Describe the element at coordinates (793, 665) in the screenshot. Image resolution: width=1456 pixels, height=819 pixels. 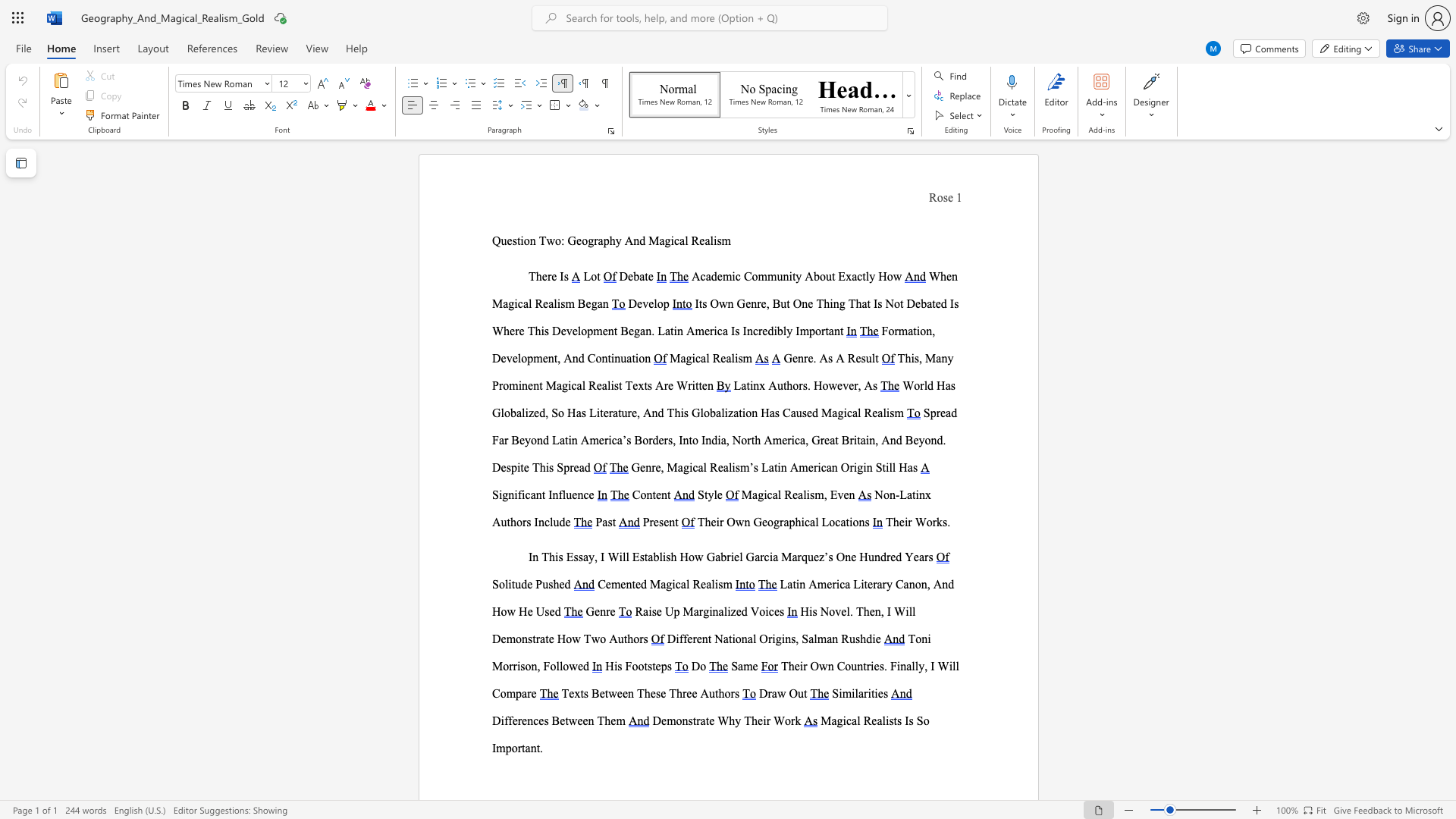
I see `the subset text "eir Own Countries. Finally, I Will Com" within the text "Their Own Countries. Finally, I Will Compare"` at that location.